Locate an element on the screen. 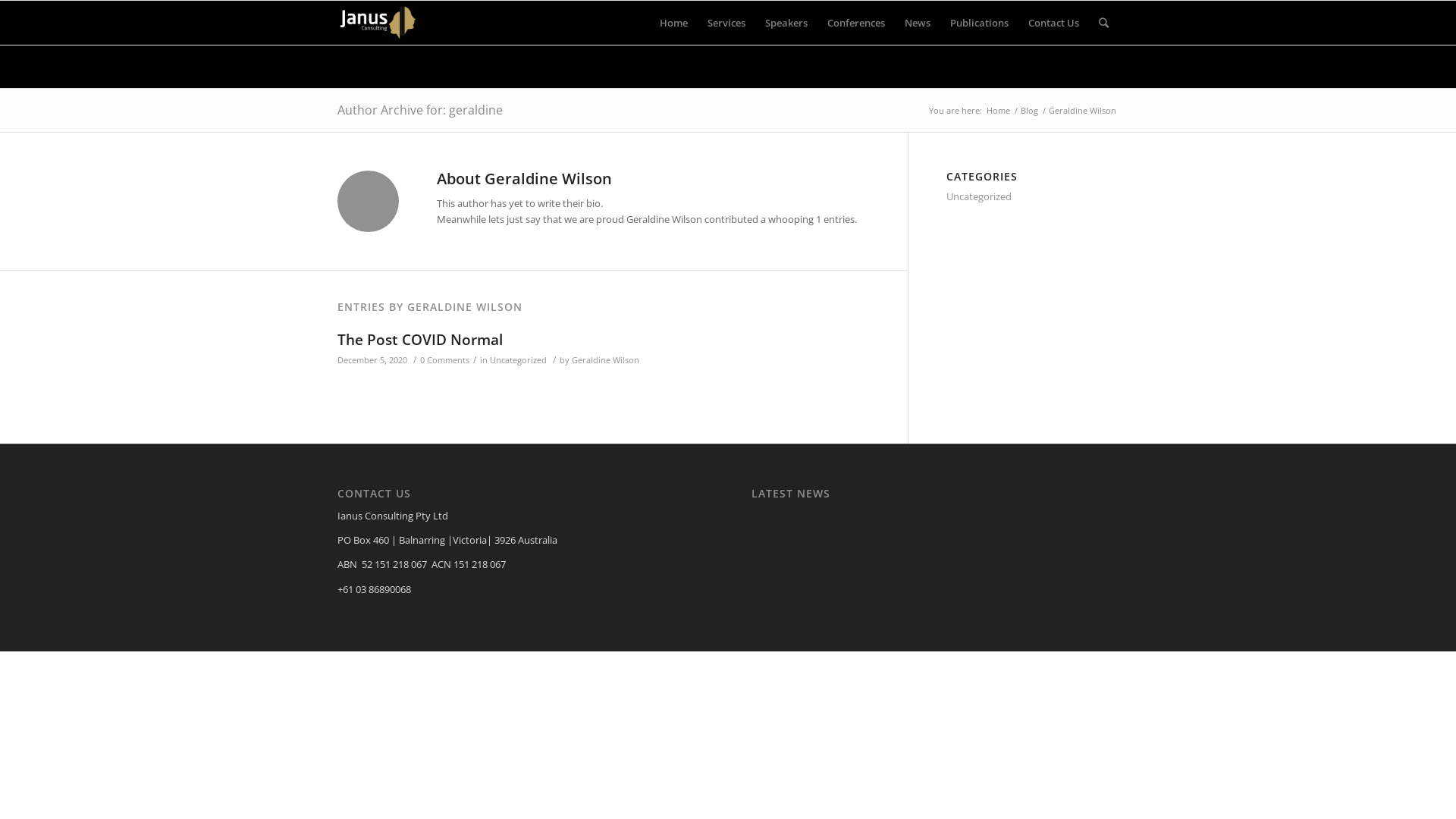  'The Post COVID Normal' is located at coordinates (337, 338).